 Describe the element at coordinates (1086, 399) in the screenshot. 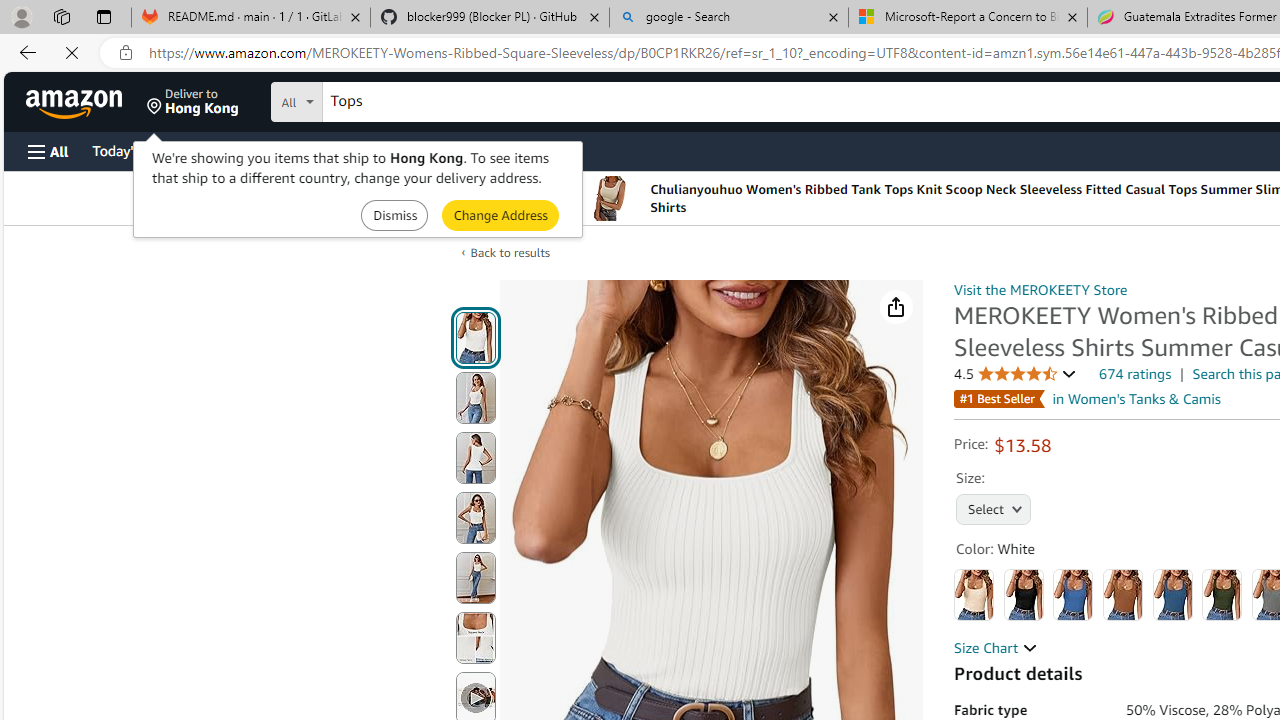

I see `'#1 Best Seller in Women'` at that location.